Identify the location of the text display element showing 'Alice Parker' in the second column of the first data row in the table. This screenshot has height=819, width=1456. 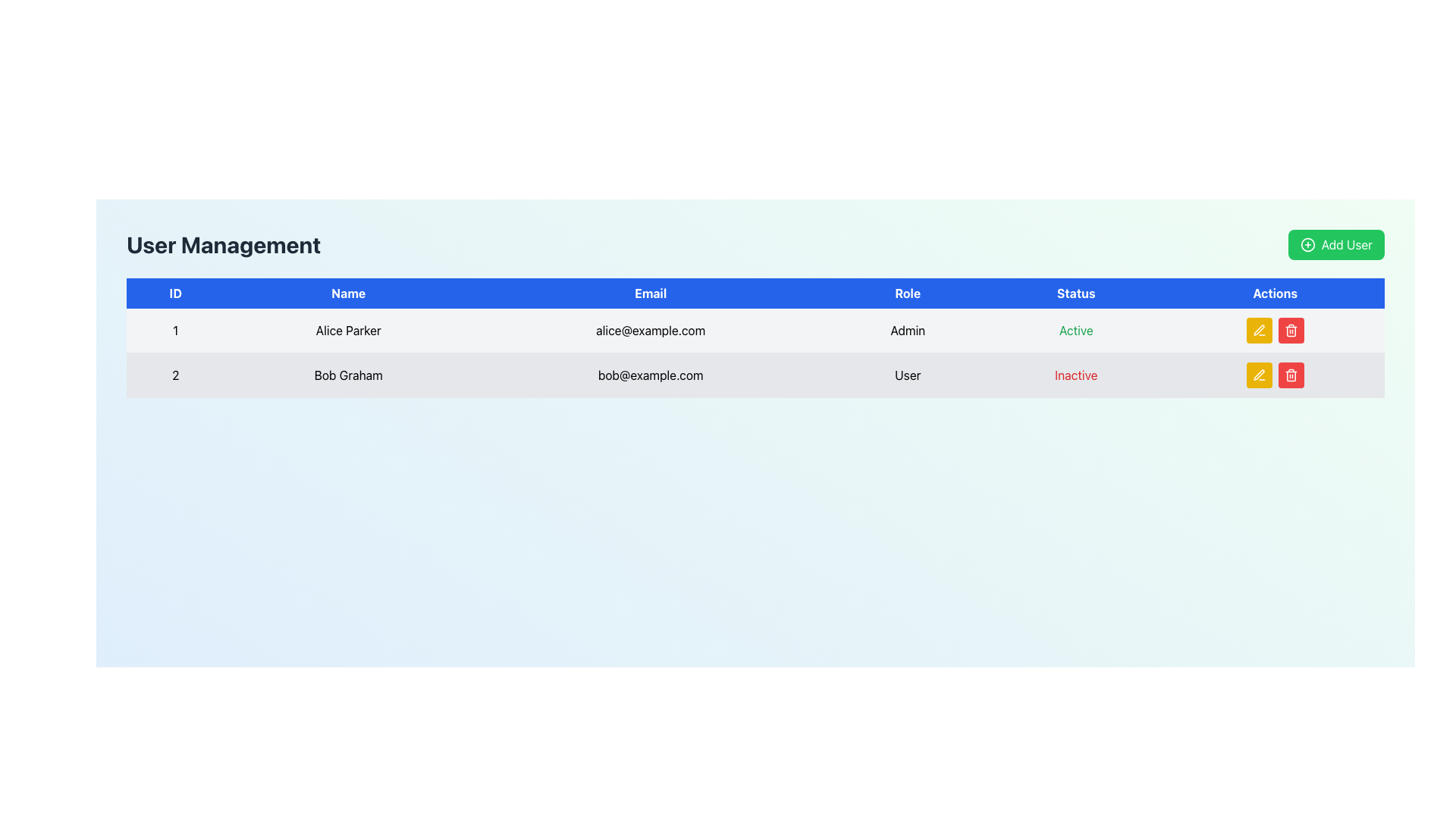
(347, 330).